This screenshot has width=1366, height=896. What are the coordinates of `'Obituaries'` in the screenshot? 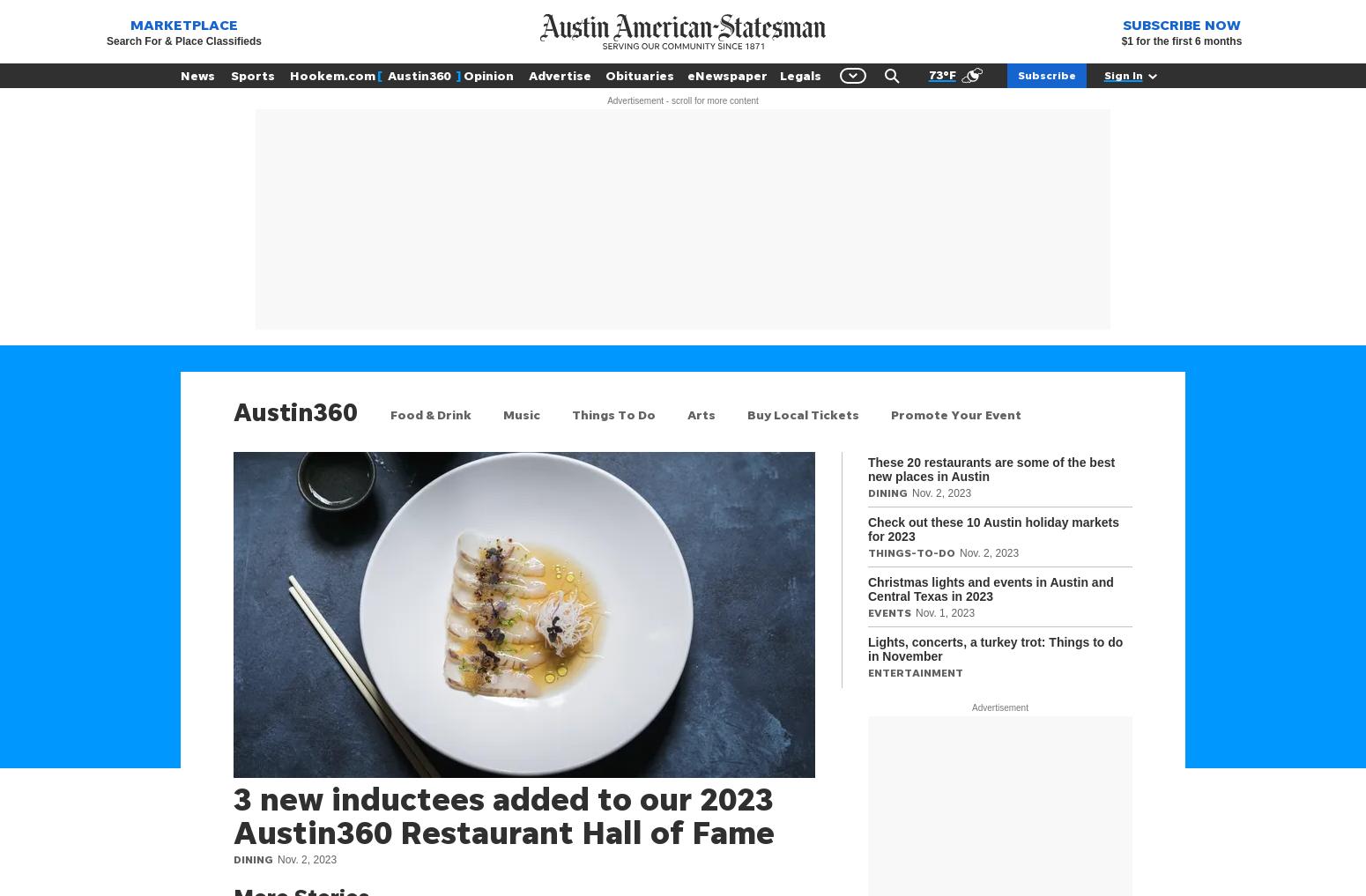 It's located at (604, 75).